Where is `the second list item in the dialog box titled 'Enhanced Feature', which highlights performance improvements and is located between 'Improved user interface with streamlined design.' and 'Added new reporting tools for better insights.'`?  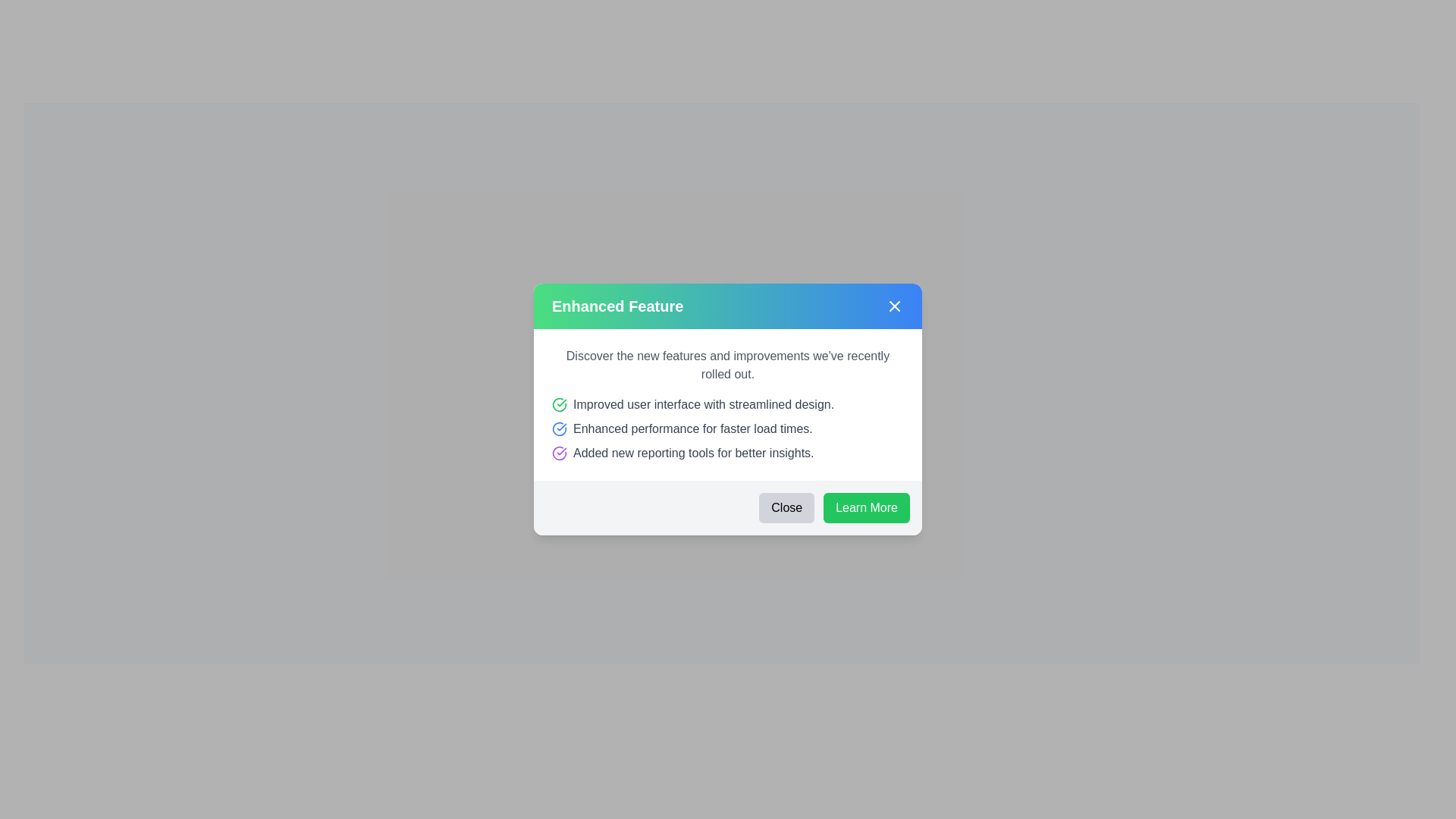
the second list item in the dialog box titled 'Enhanced Feature', which highlights performance improvements and is located between 'Improved user interface with streamlined design.' and 'Added new reporting tools for better insights.' is located at coordinates (728, 429).